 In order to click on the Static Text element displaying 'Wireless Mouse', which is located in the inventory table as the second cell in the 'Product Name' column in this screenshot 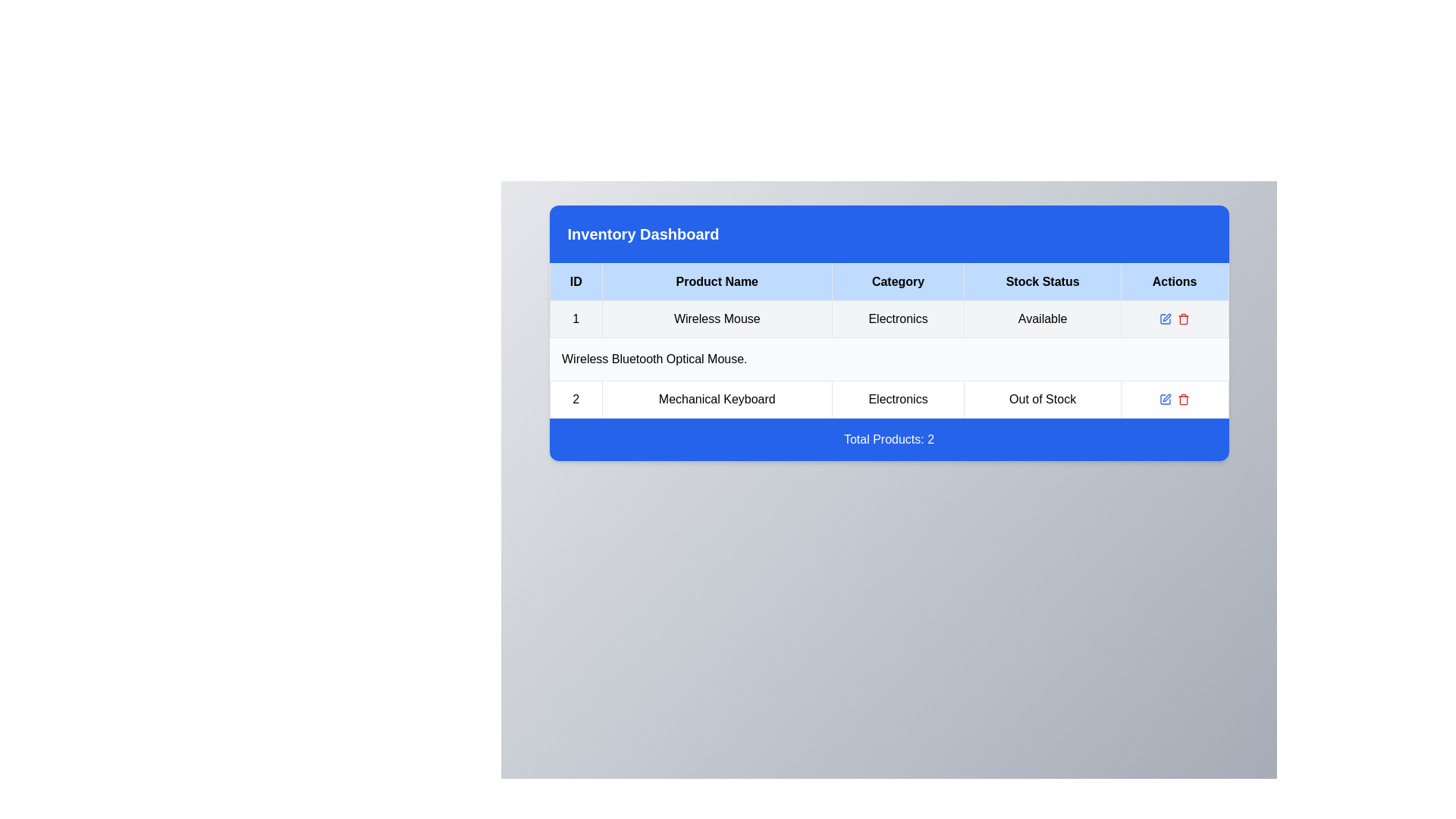, I will do `click(716, 318)`.